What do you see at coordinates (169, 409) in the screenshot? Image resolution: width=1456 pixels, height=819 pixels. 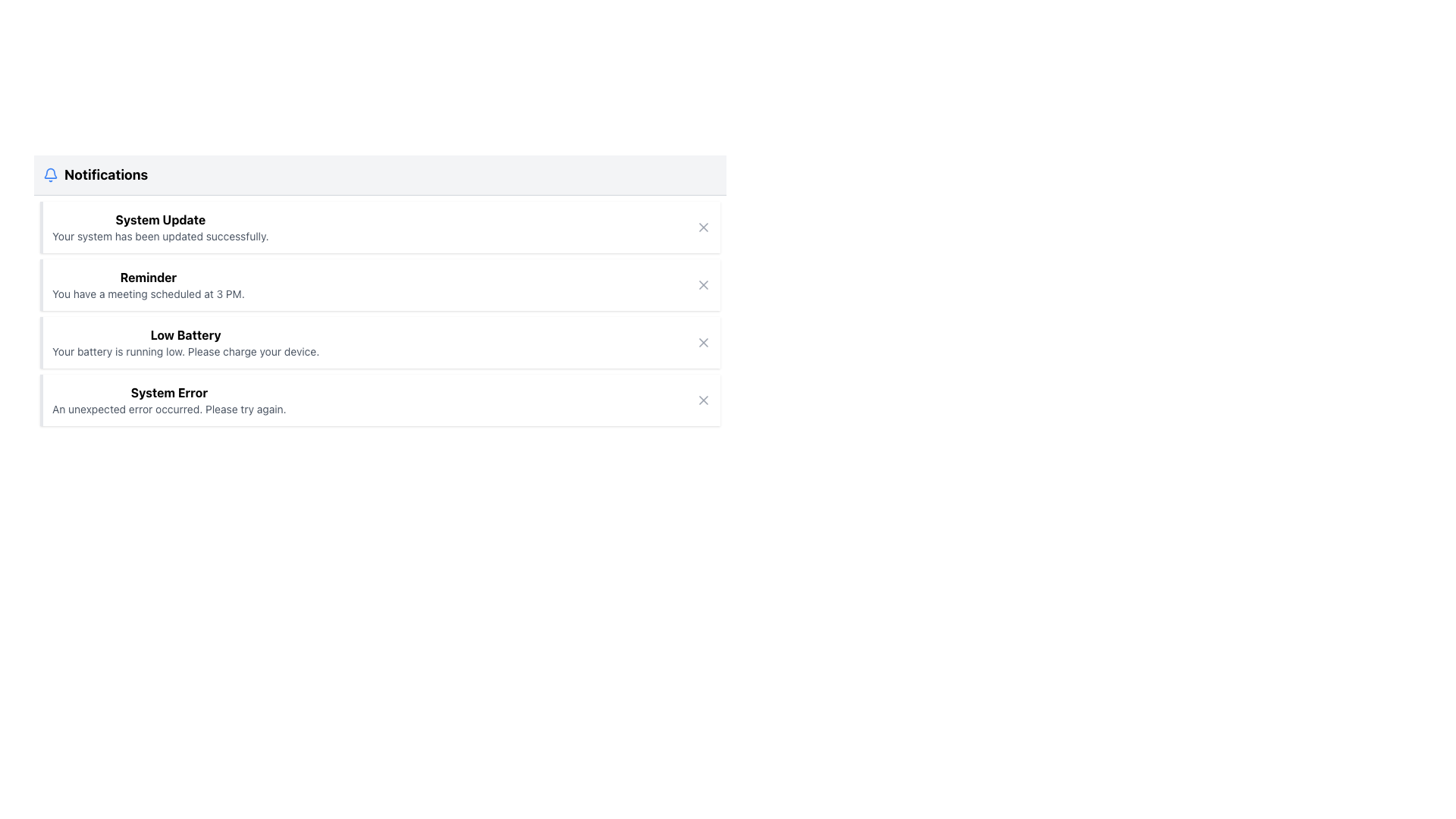 I see `the static text element displaying the message 'An unexpected error occurred. Please try again.' which is located below the 'System Error' title in the notification list` at bounding box center [169, 409].